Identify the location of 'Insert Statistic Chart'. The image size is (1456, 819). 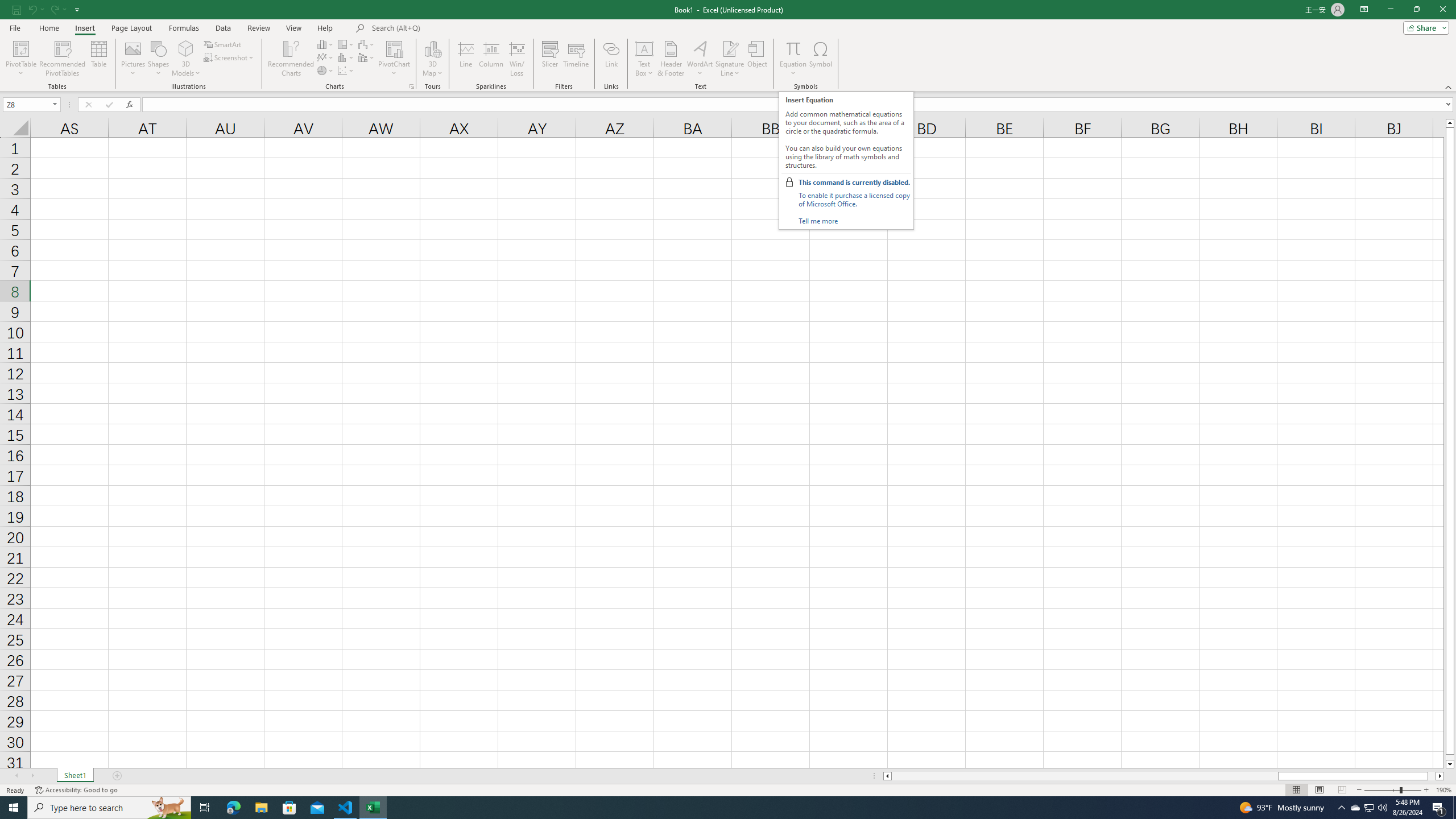
(346, 56).